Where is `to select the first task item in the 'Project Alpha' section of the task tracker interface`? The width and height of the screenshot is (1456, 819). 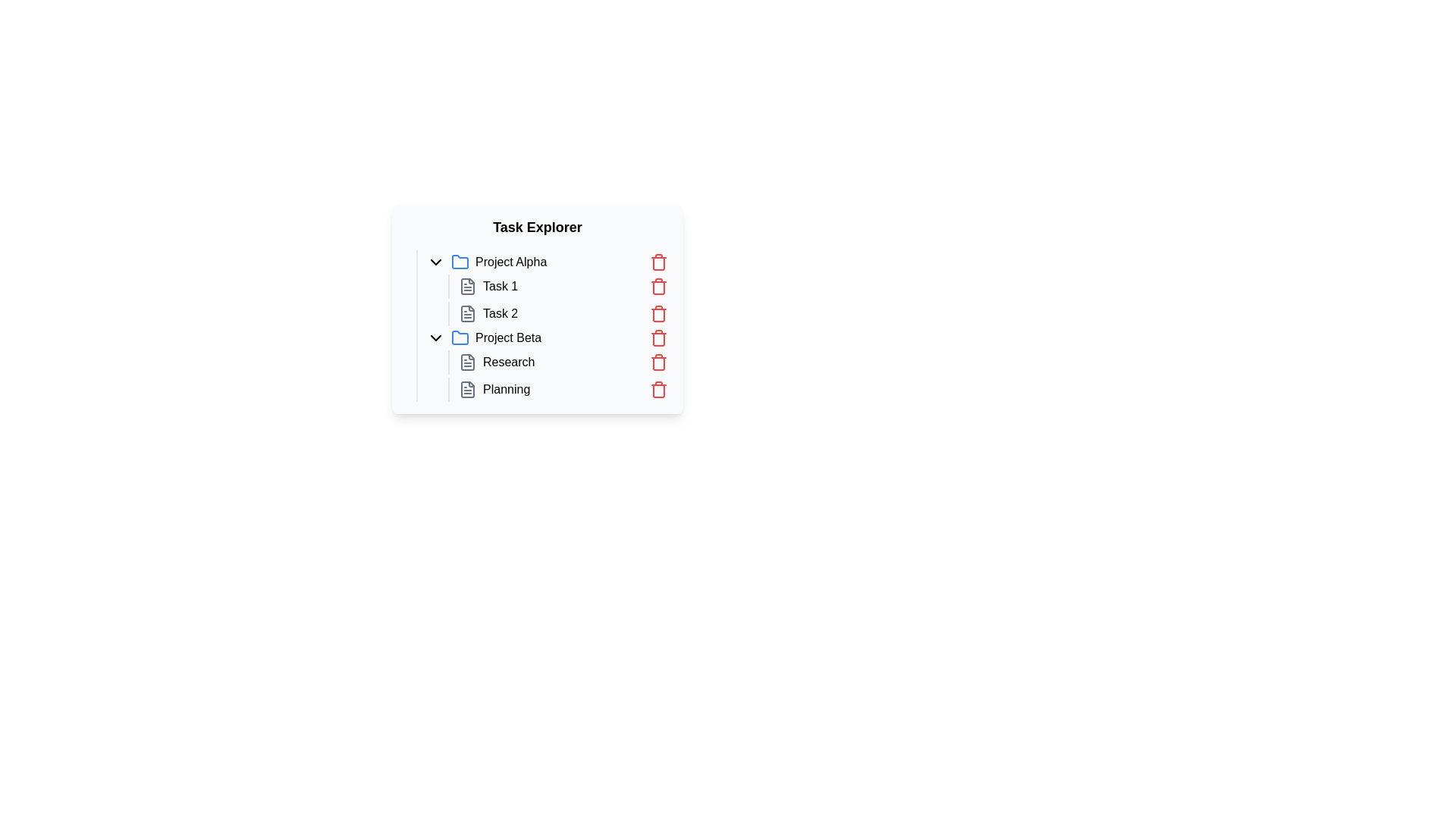
to select the first task item in the 'Project Alpha' section of the task tracker interface is located at coordinates (559, 287).